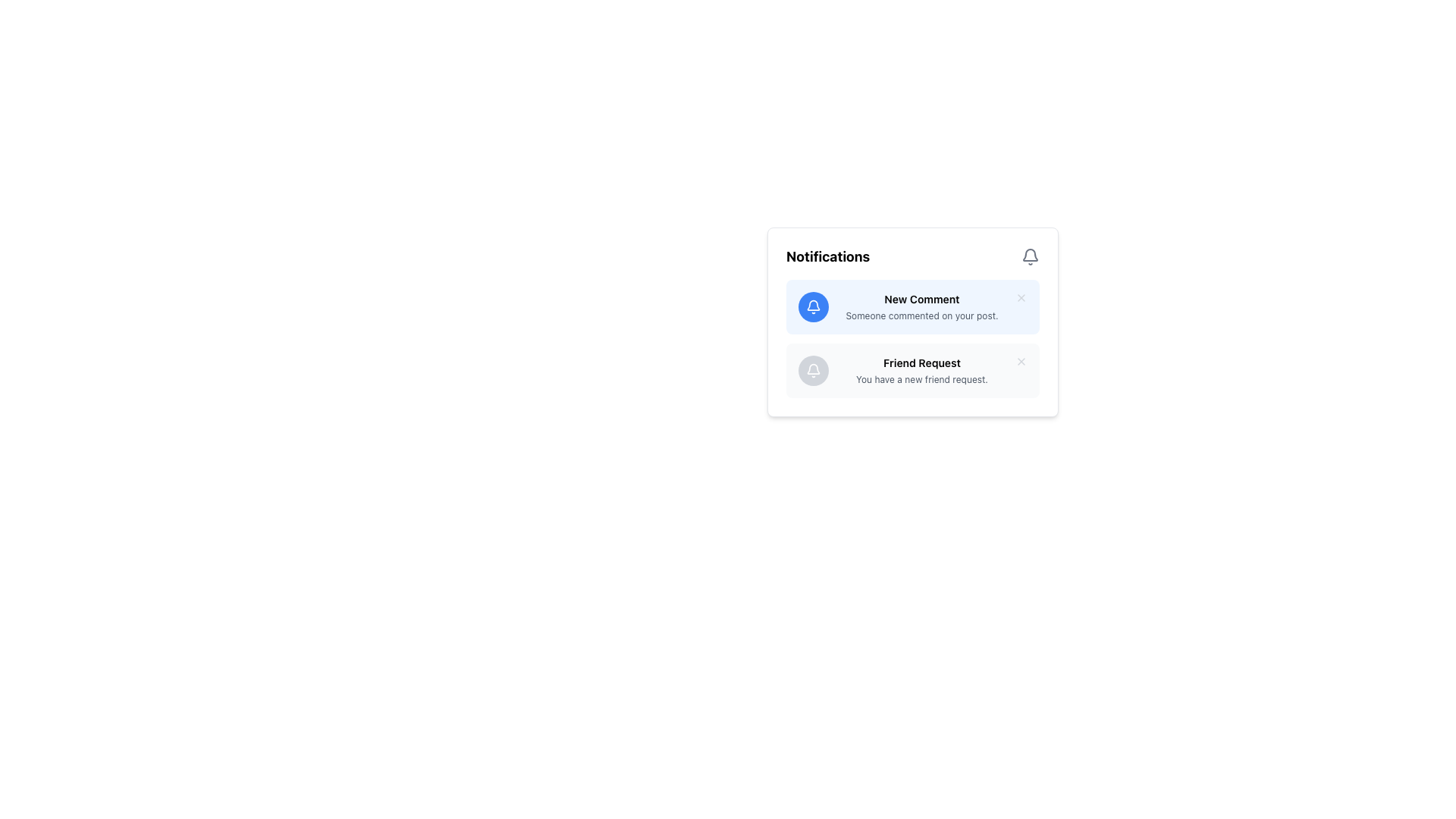 This screenshot has height=819, width=1456. I want to click on the gray notification bell icon button located on the rightmost side of the Notifications header, so click(1030, 256).